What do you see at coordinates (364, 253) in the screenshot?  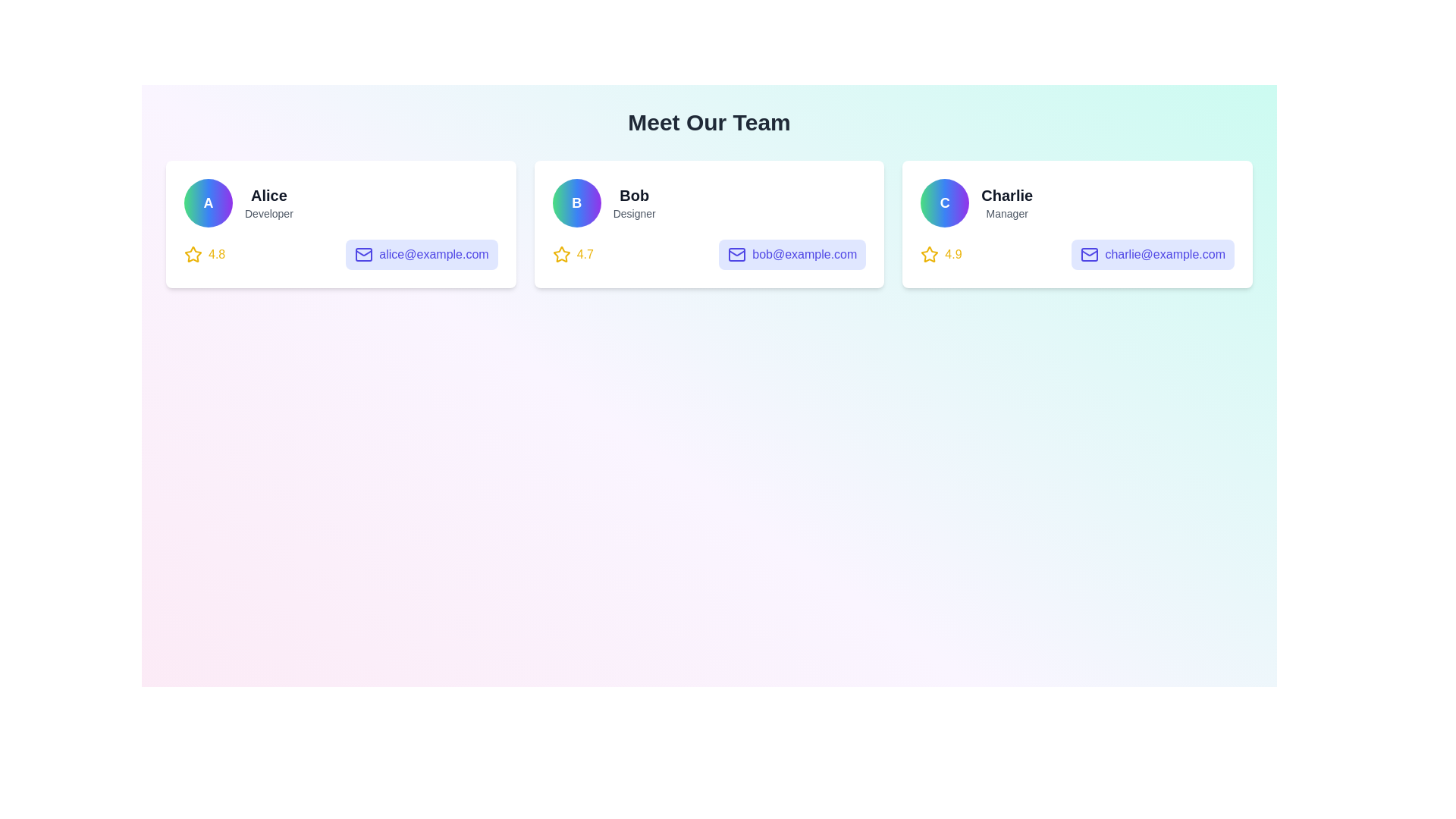 I see `the envelope icon within the 'alice@example.com' button located in the lower-right part of Alice's card in the 'Meet Our Team' section` at bounding box center [364, 253].